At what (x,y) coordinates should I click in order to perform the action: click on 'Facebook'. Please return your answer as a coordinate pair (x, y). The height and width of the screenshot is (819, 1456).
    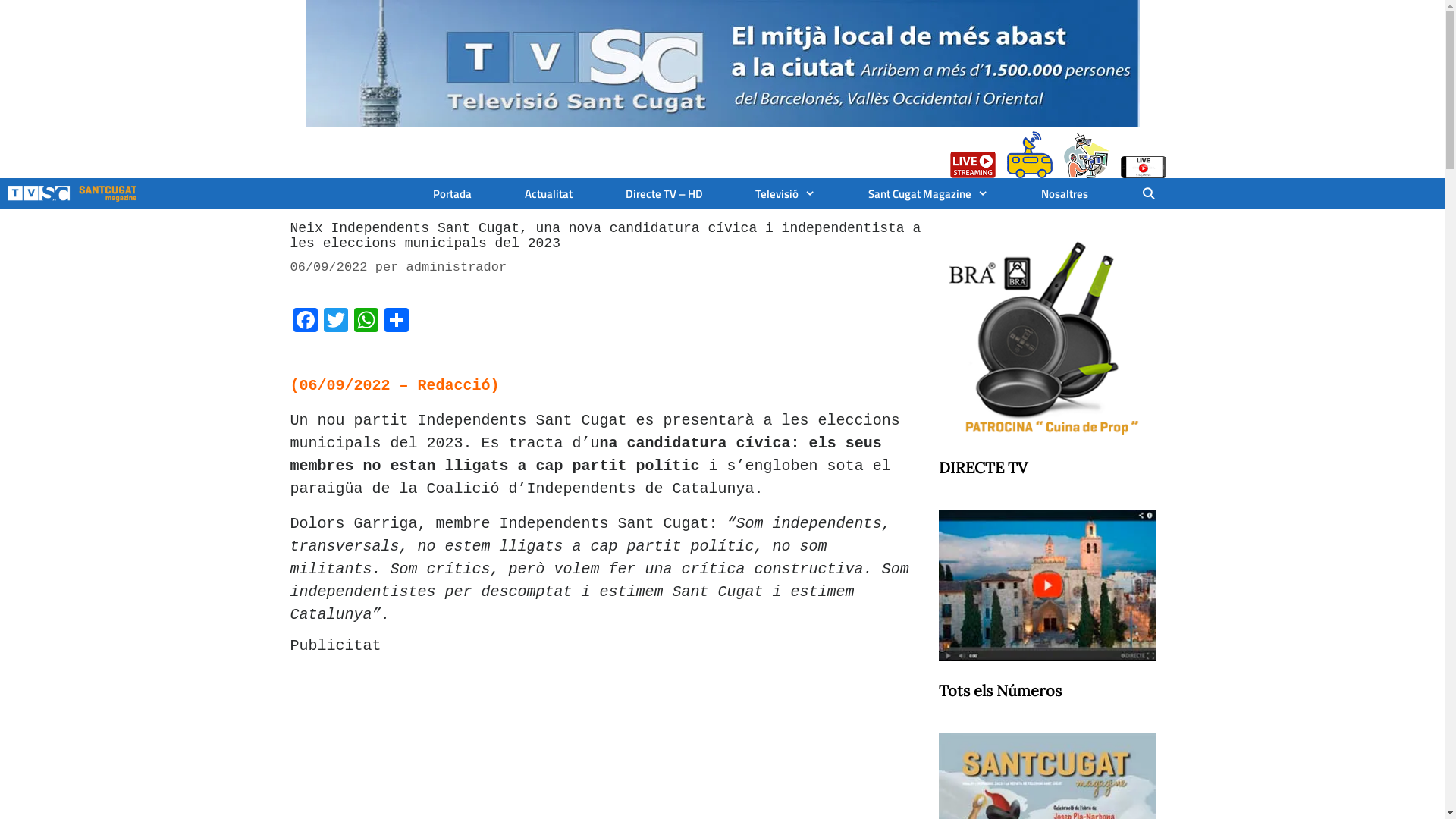
    Looking at the image, I should click on (304, 322).